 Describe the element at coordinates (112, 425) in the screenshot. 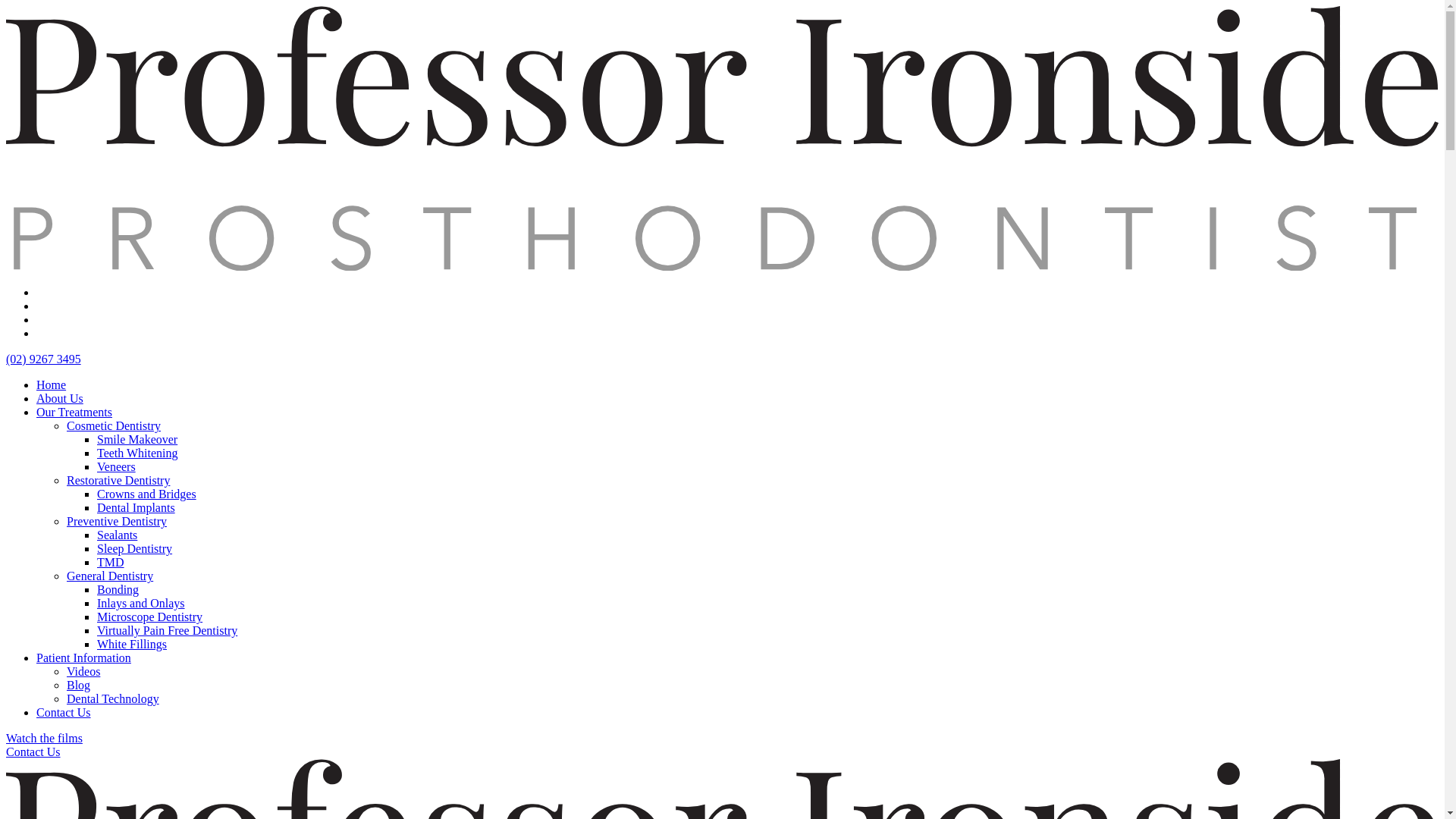

I see `'Cosmetic Dentistry'` at that location.